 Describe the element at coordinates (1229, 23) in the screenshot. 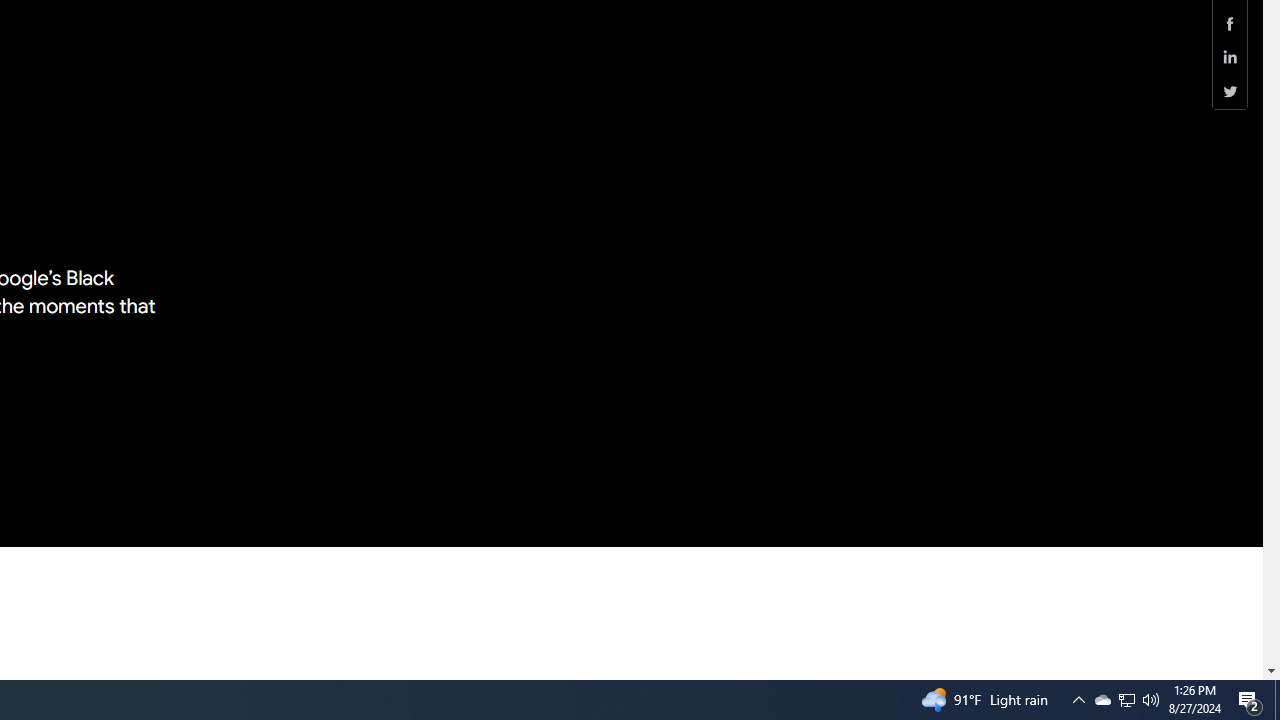

I see `'Share this page (Facebook)'` at that location.